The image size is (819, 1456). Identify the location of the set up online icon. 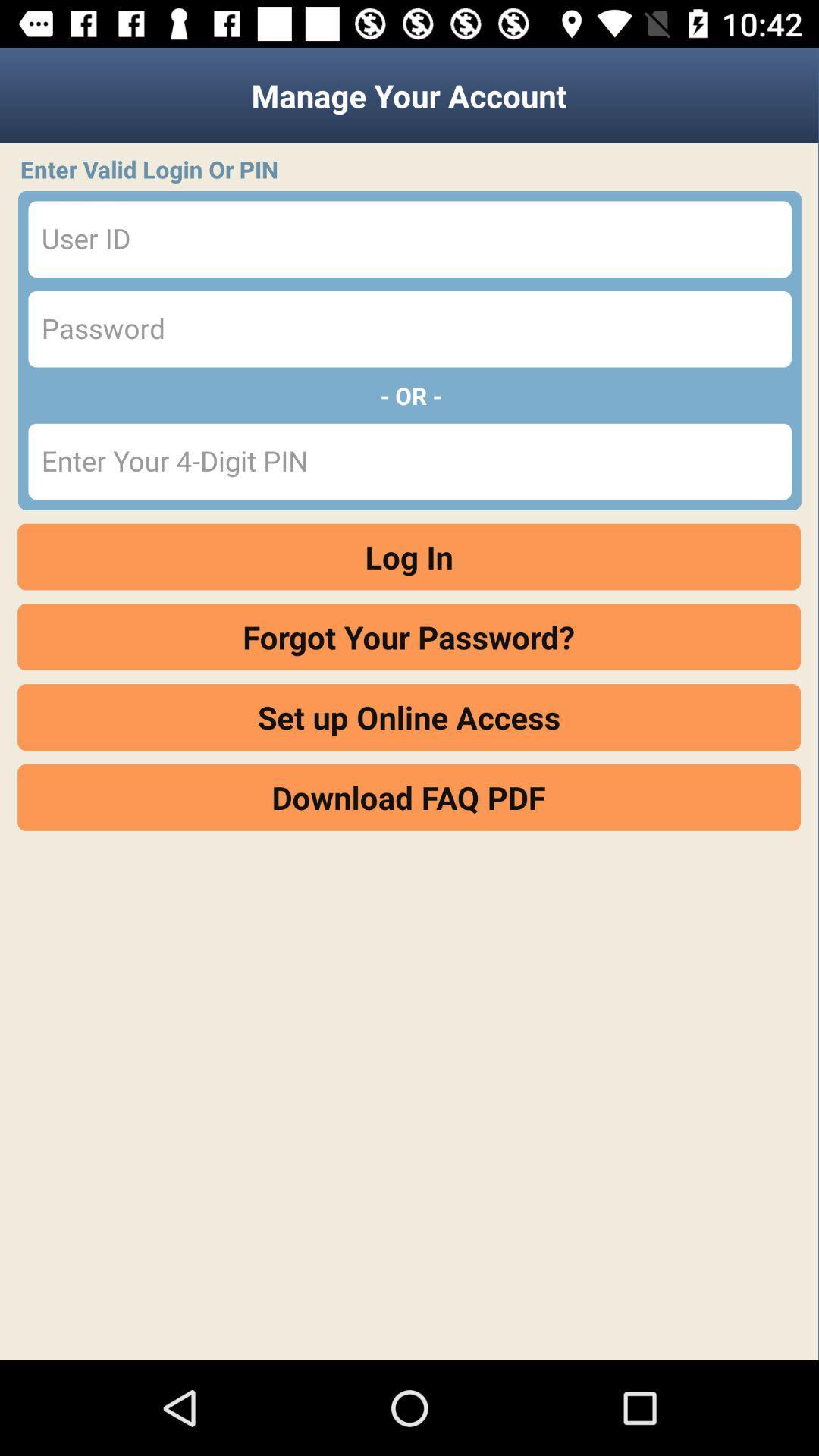
(408, 717).